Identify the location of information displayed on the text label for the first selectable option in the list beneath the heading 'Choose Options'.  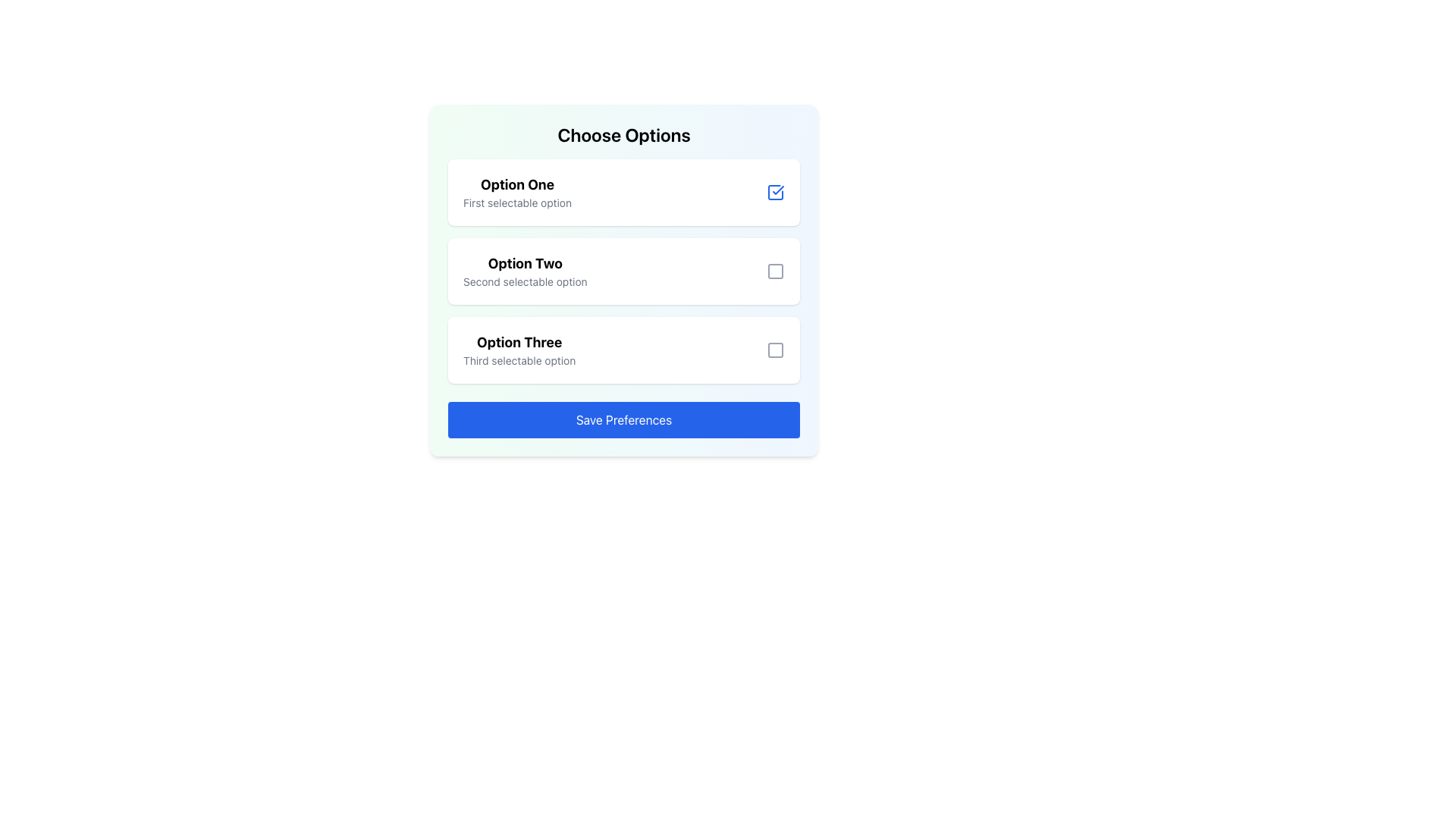
(517, 192).